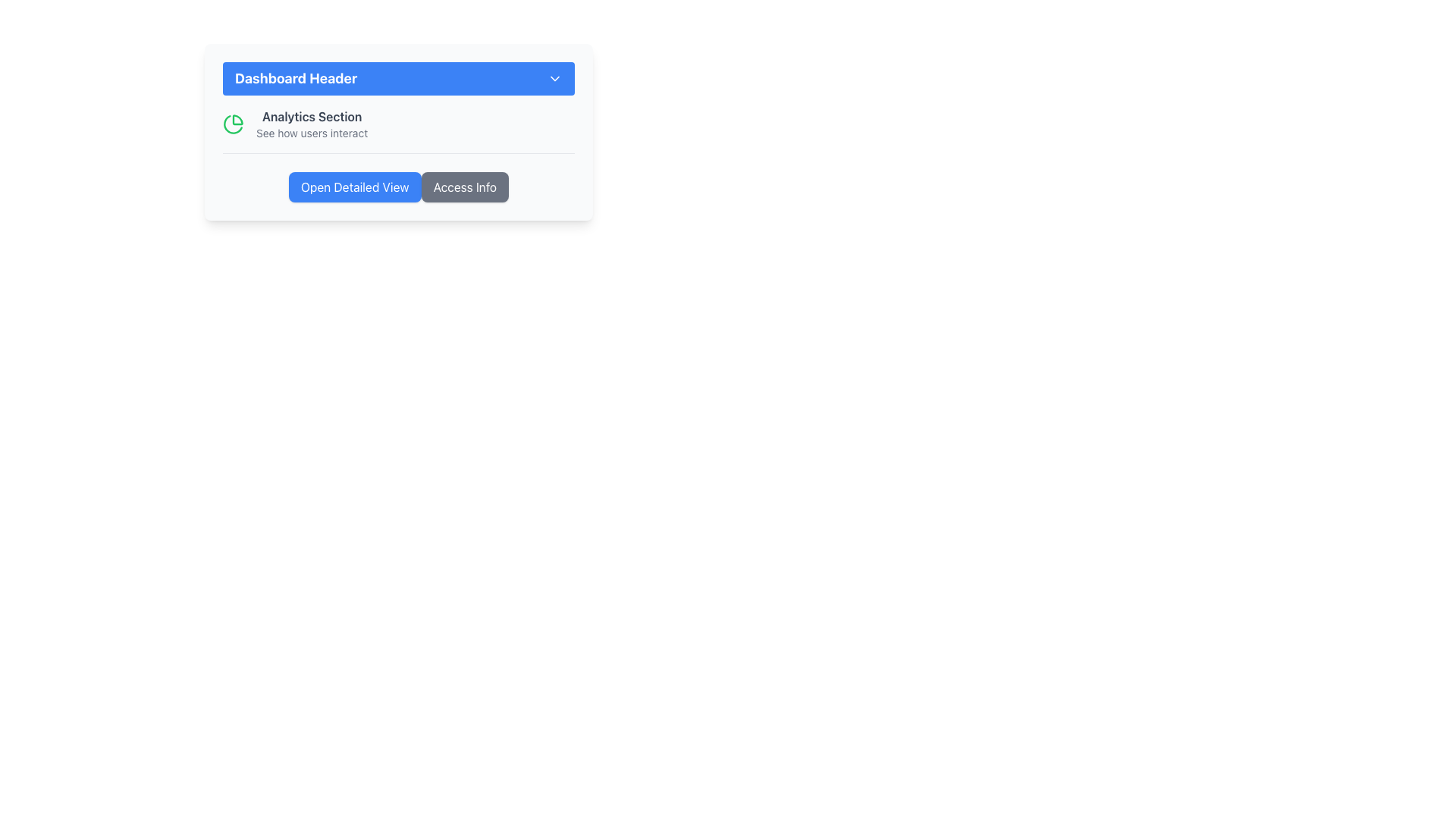  Describe the element at coordinates (232, 124) in the screenshot. I see `the pie chart icon with a green stroke located to the left of the 'Analytics Section' title` at that location.